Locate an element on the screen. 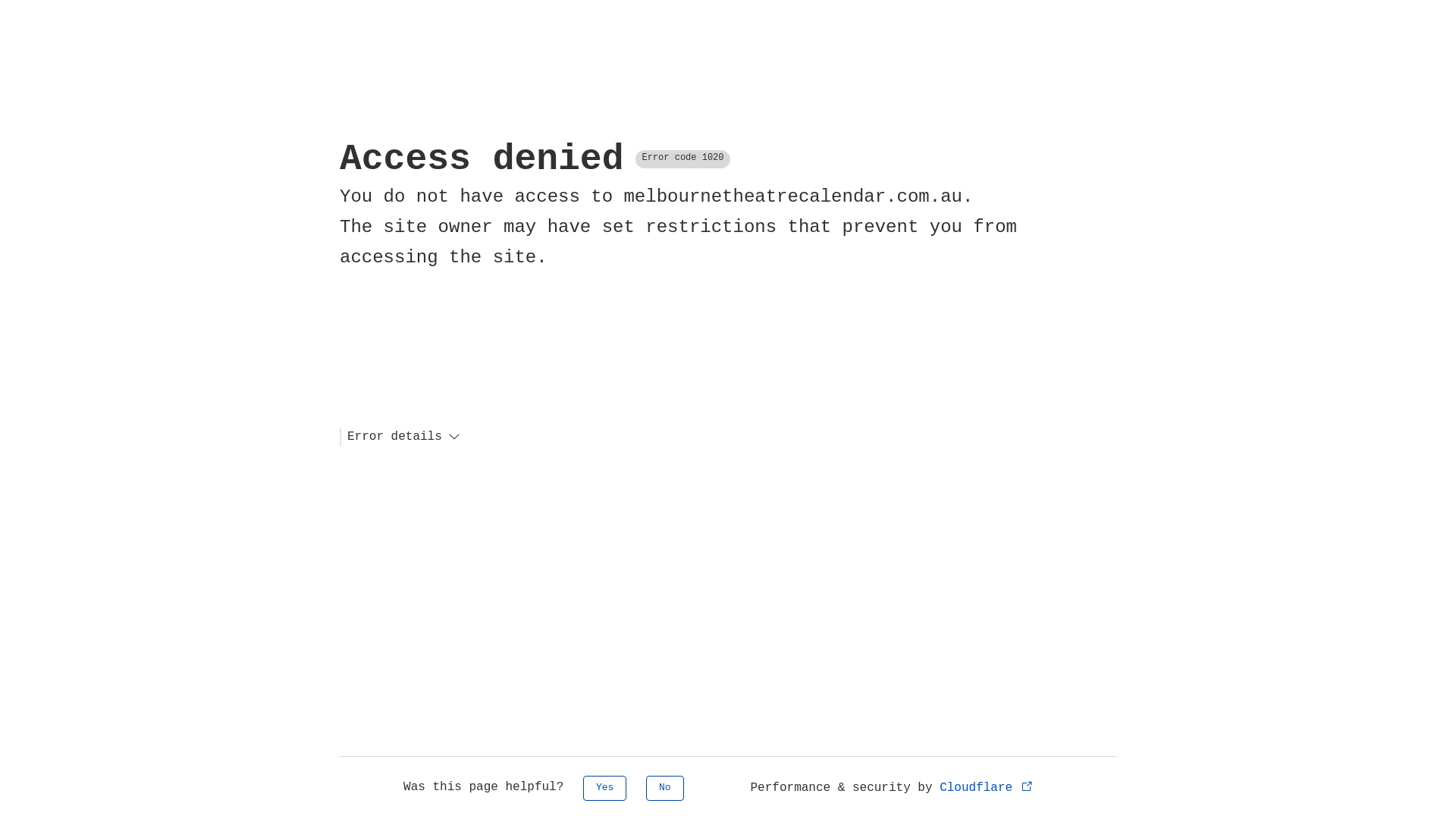  'Cloudflare' is located at coordinates (987, 786).